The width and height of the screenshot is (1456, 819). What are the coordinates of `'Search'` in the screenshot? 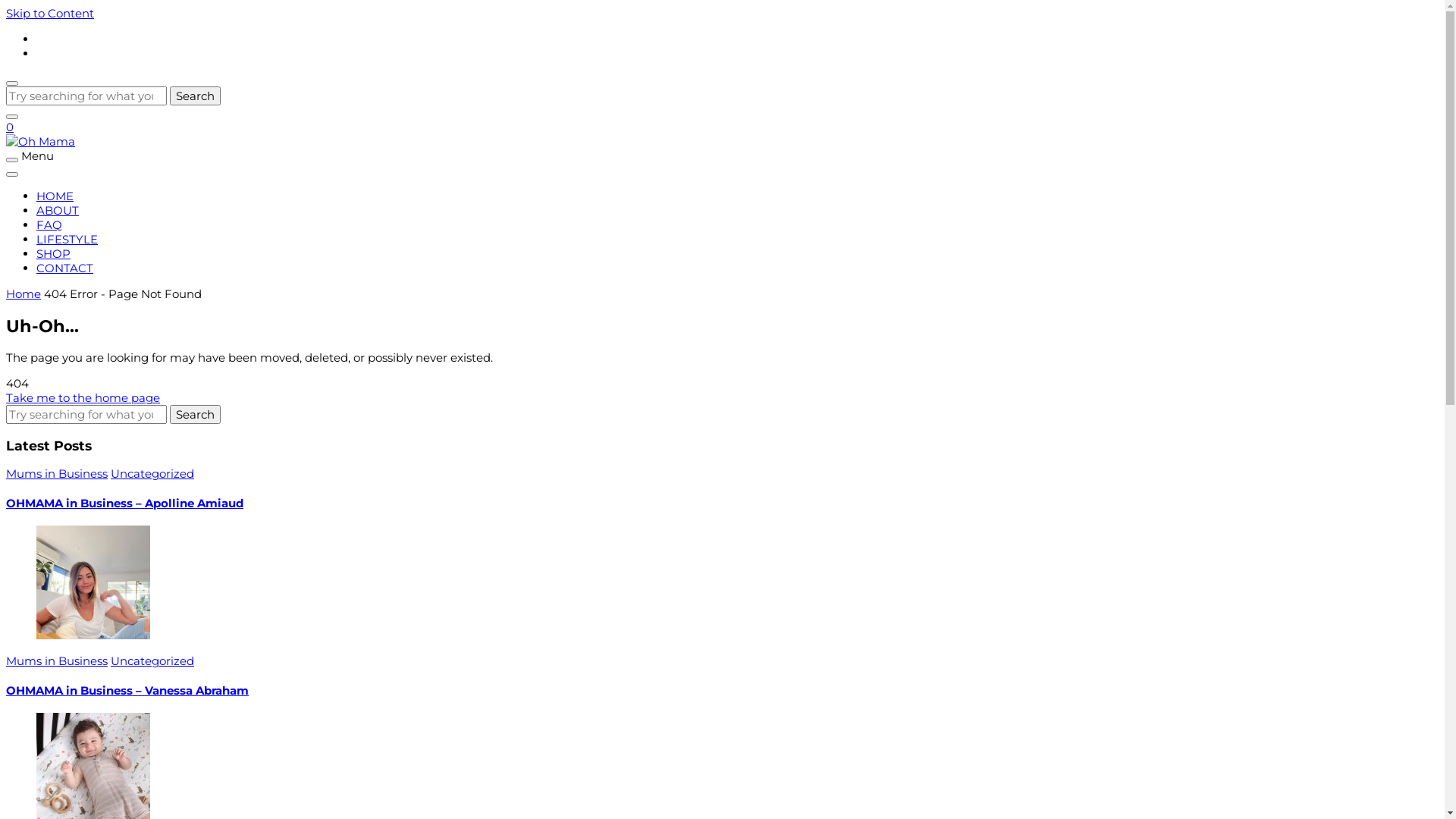 It's located at (194, 414).